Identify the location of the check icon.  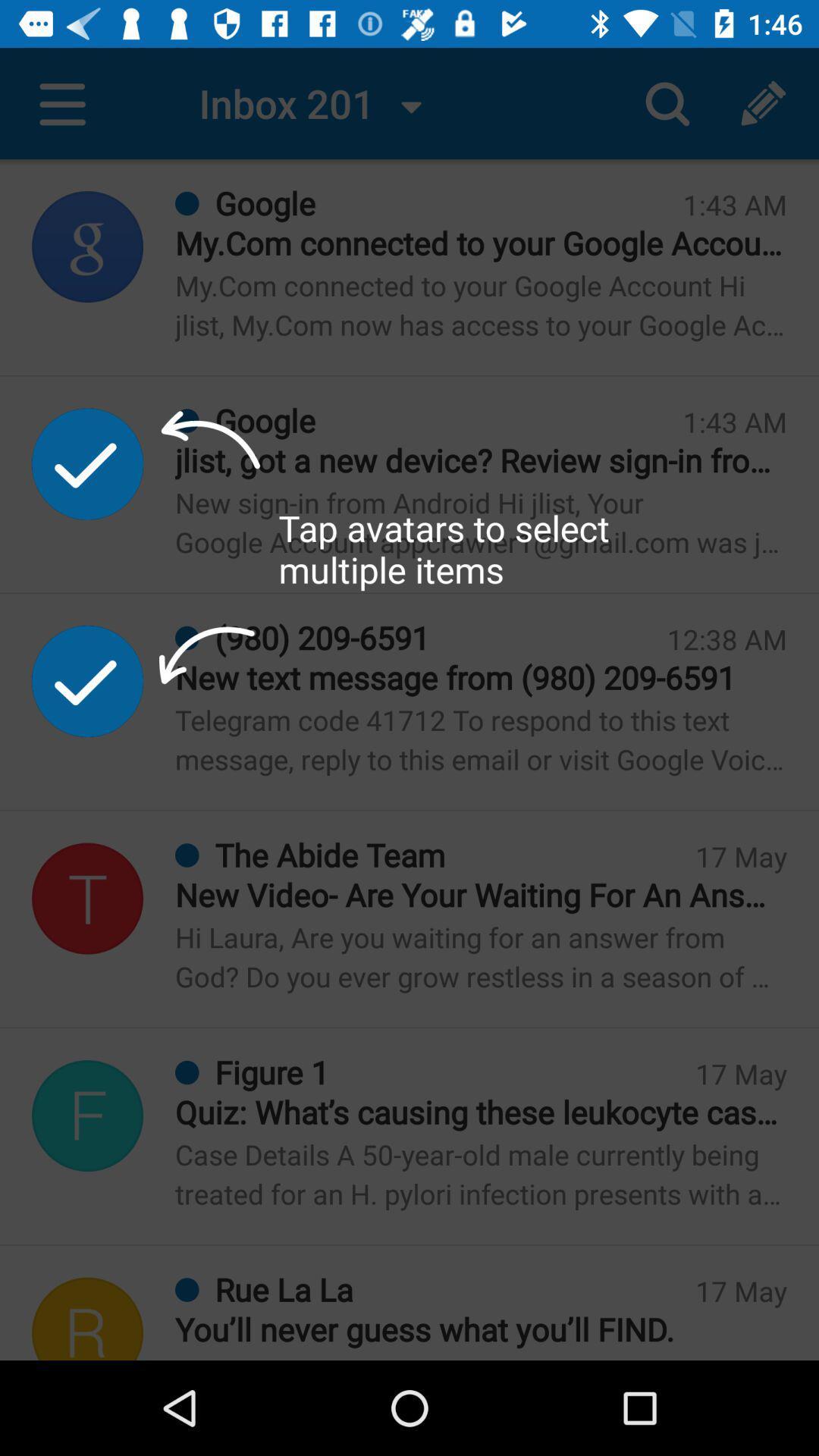
(87, 463).